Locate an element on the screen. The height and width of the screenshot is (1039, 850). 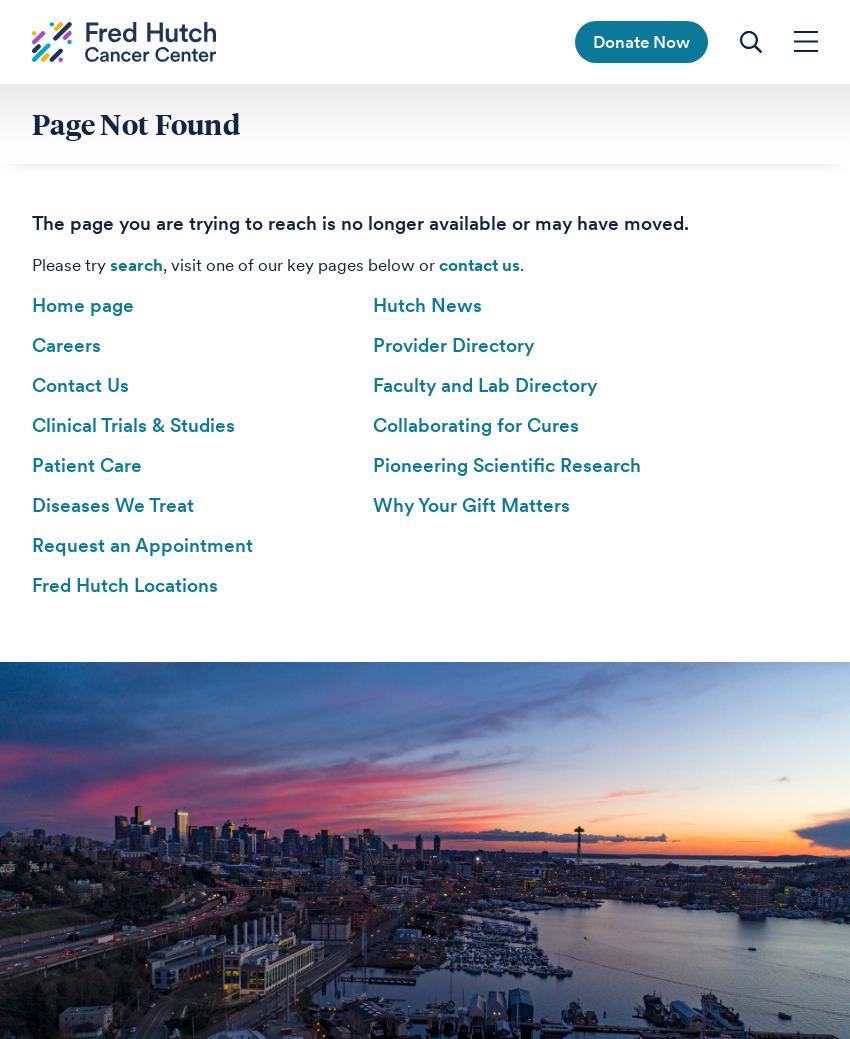
'The page you are trying to reach is no longer available or may have moved.' is located at coordinates (359, 223).